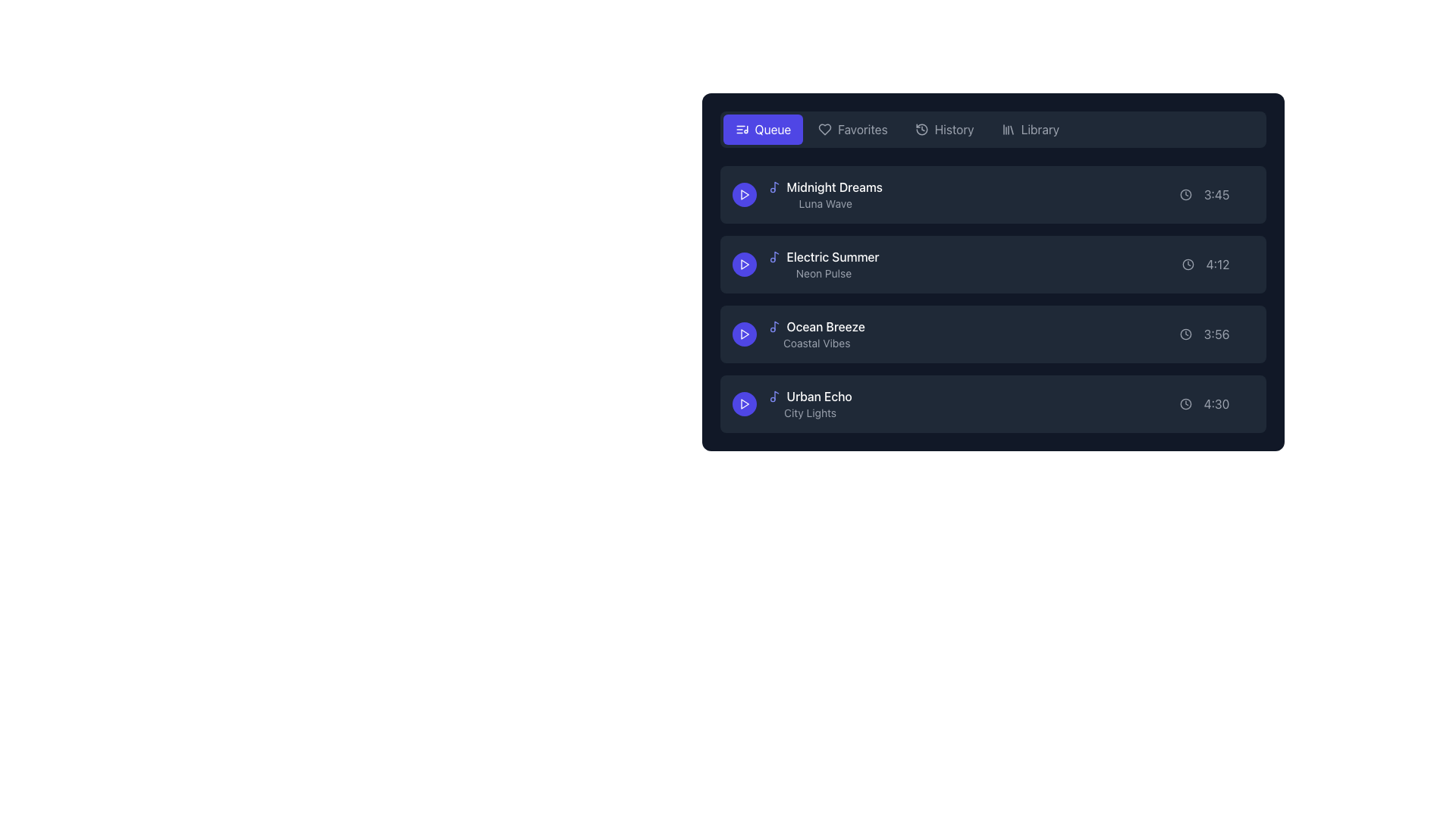 The height and width of the screenshot is (819, 1456). Describe the element at coordinates (833, 186) in the screenshot. I see `the label displaying 'Midnight Dreams' in a music playlist interface, positioned to the right of a music note icon and above 'Luna Wave'` at that location.